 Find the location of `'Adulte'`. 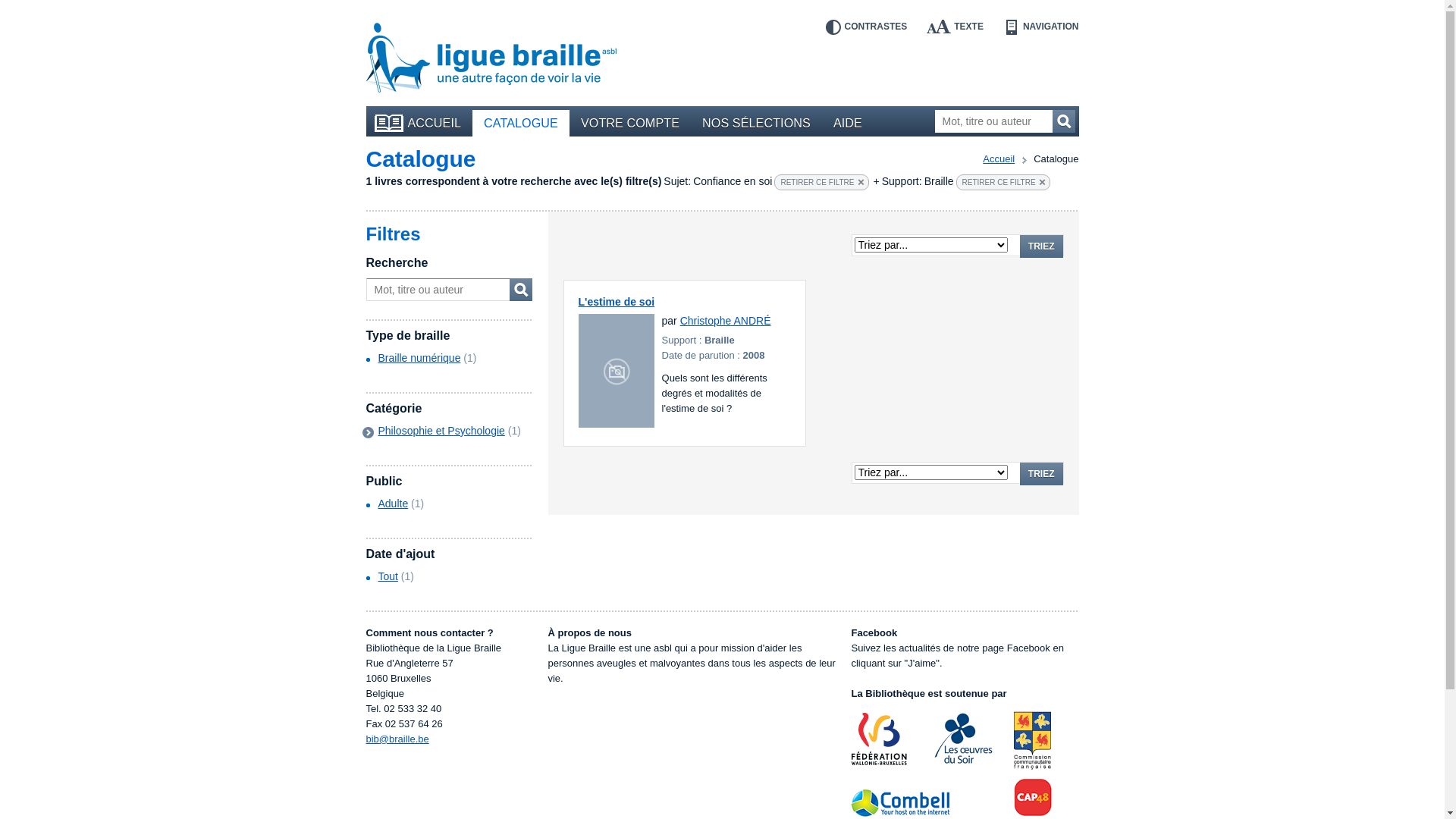

'Adulte' is located at coordinates (393, 503).